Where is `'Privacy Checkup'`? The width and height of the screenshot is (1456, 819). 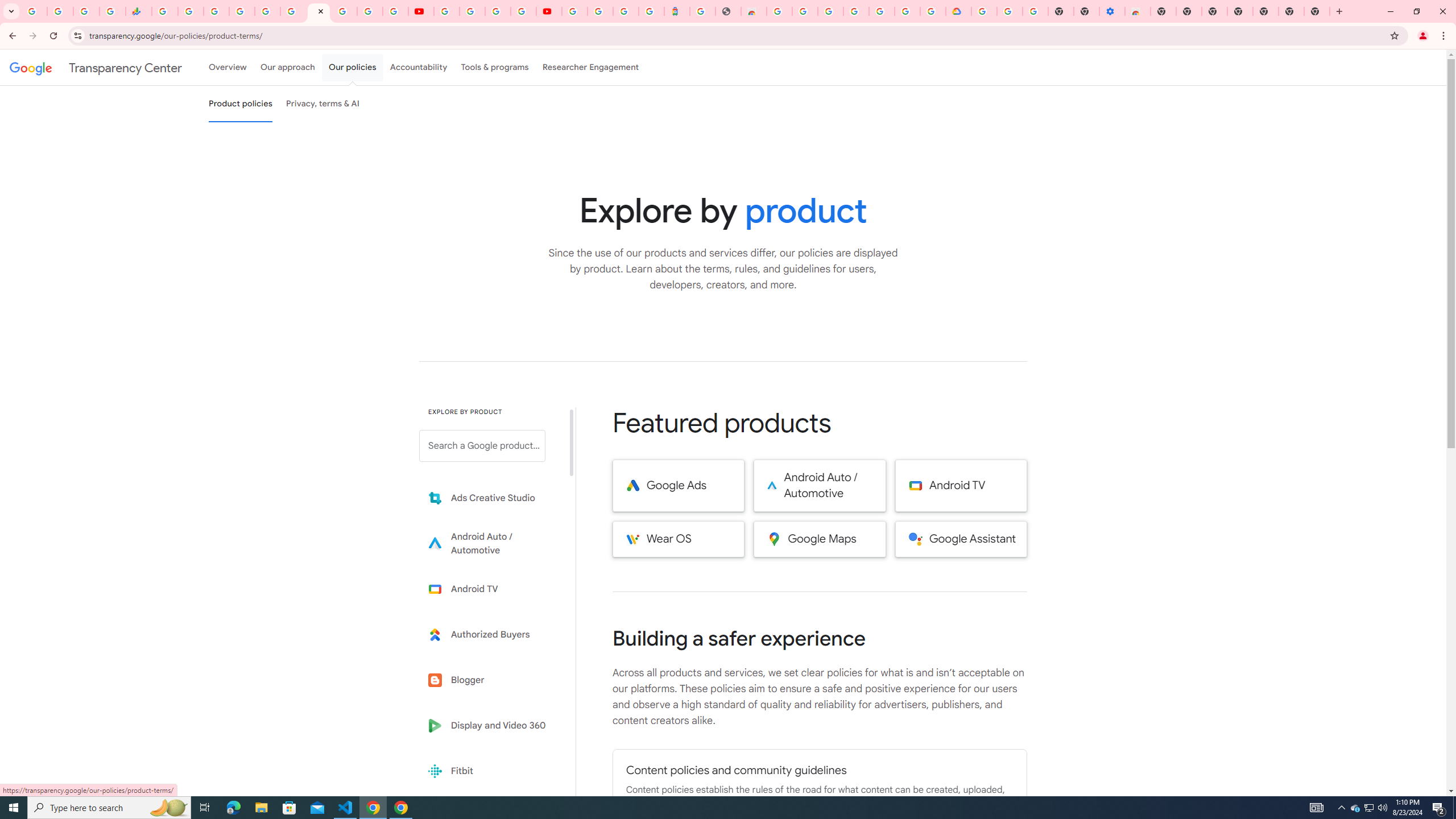
'Privacy Checkup' is located at coordinates (395, 11).